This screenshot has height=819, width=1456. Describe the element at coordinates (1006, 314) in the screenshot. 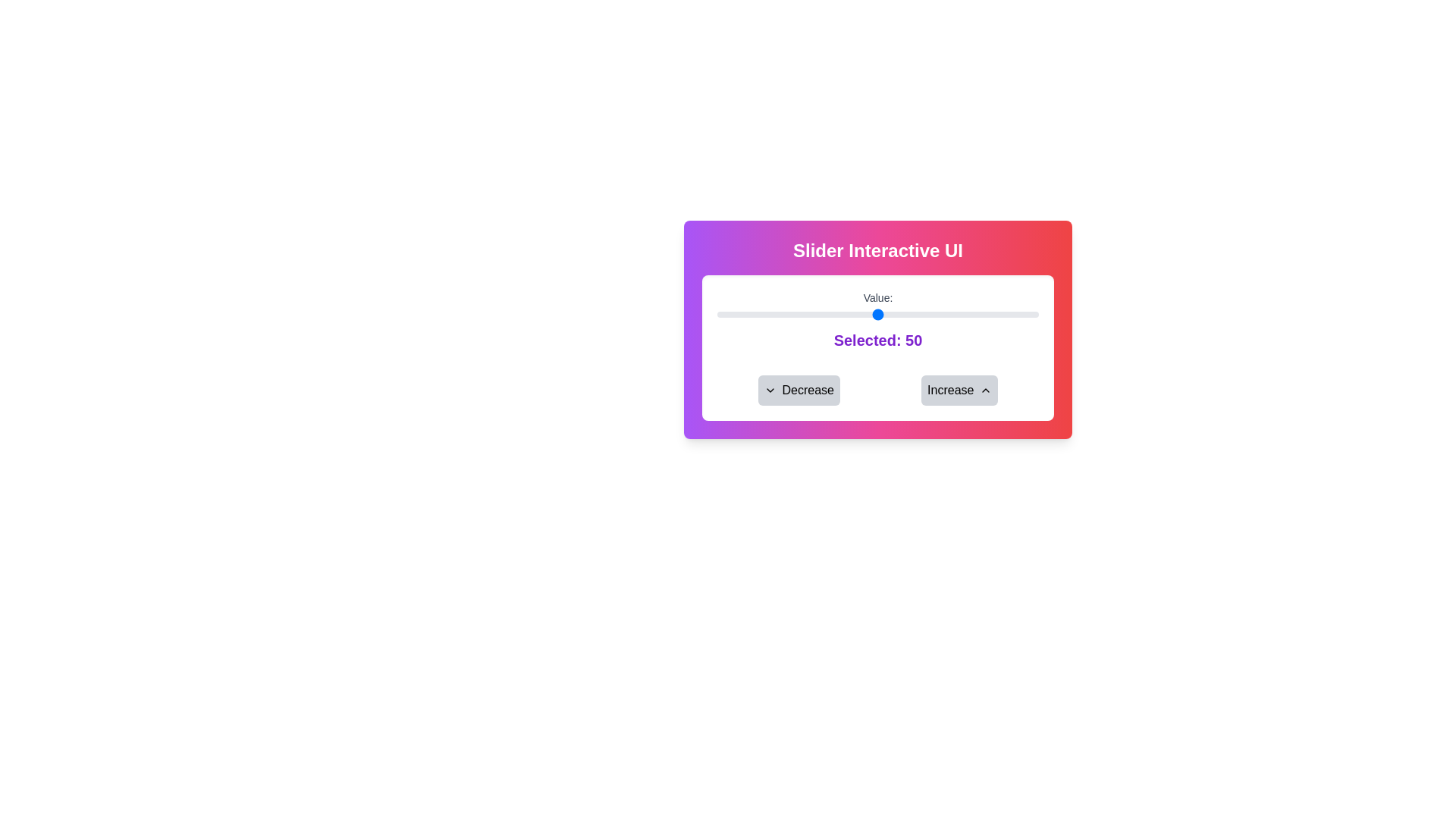

I see `slider value` at that location.